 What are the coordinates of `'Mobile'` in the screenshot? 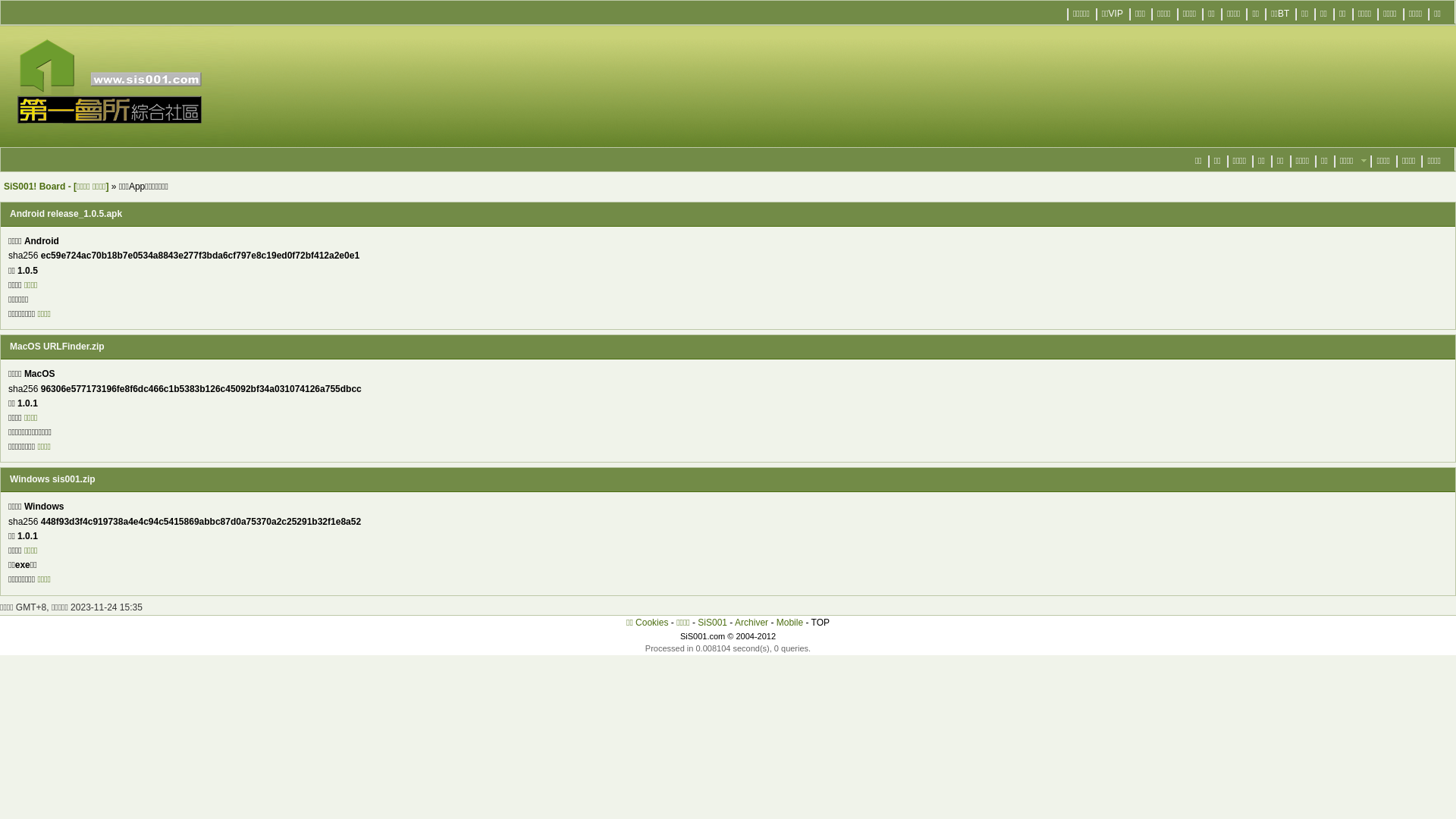 It's located at (776, 623).